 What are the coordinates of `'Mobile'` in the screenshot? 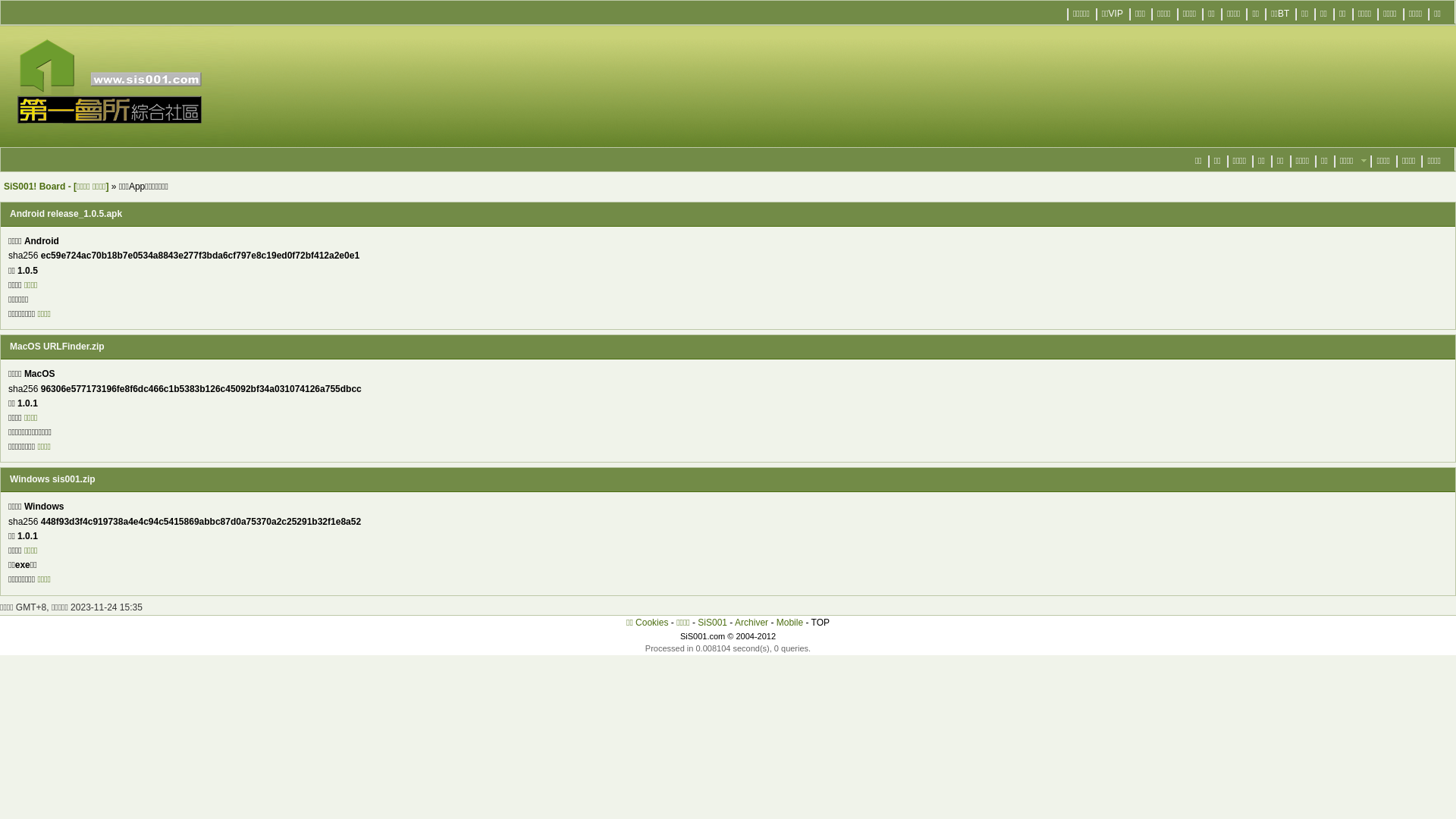 It's located at (776, 623).